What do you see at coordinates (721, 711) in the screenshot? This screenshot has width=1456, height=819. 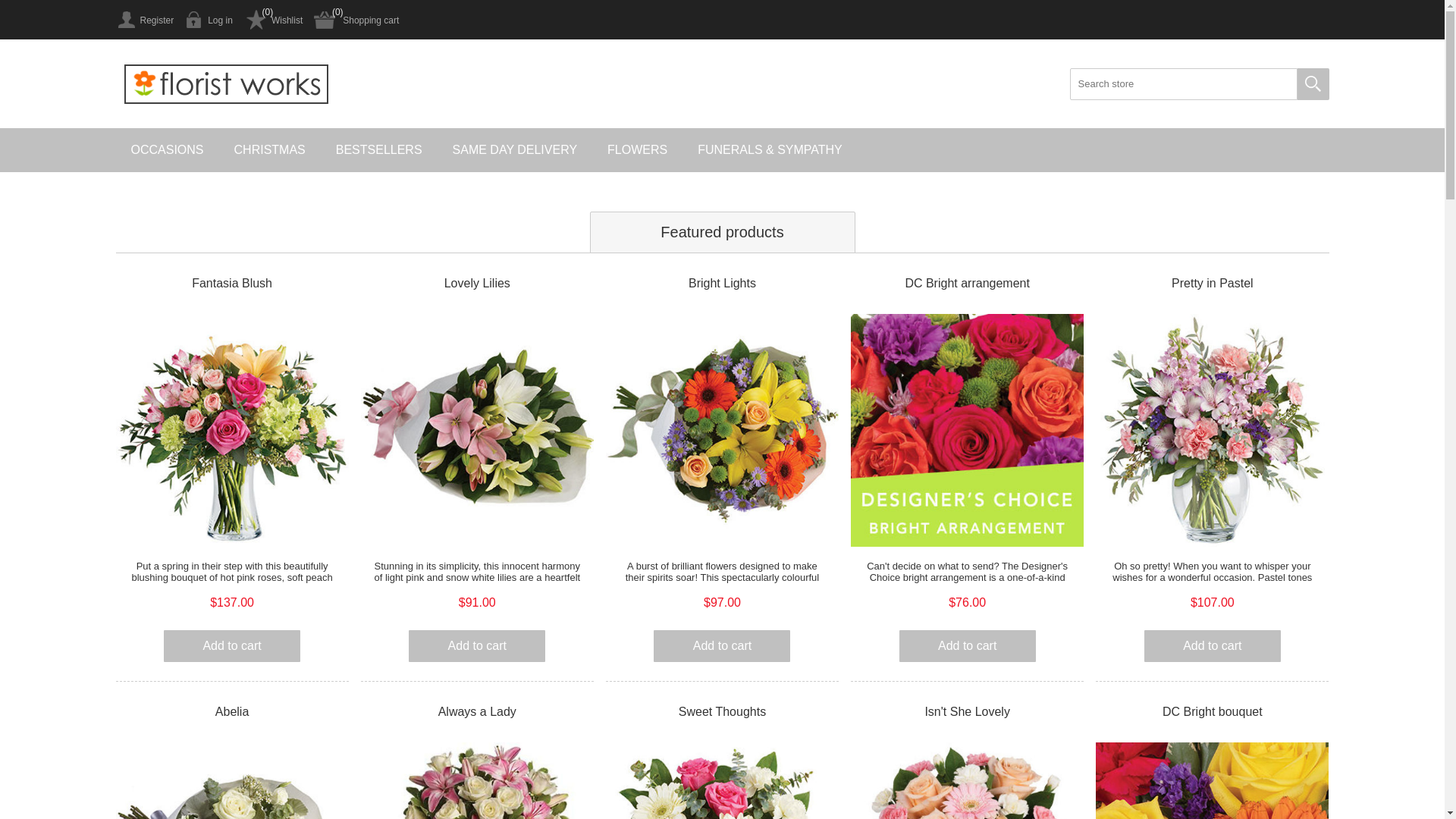 I see `'Sweet Thoughts'` at bounding box center [721, 711].